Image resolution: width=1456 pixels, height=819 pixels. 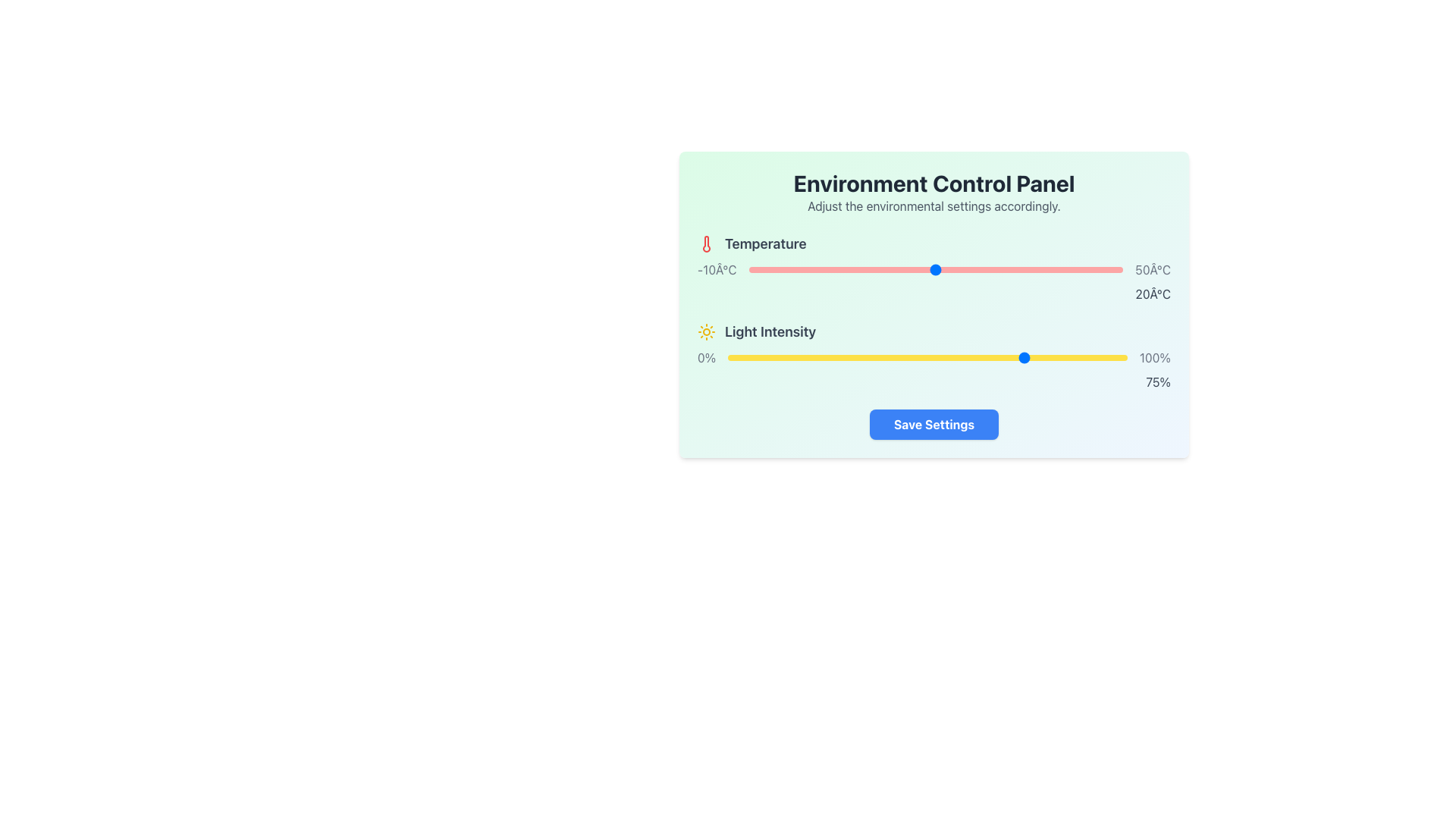 What do you see at coordinates (934, 357) in the screenshot?
I see `the handle of the horizontal slider labeled 'Light Intensity', which has a yellow track and ranges from '0%'` at bounding box center [934, 357].